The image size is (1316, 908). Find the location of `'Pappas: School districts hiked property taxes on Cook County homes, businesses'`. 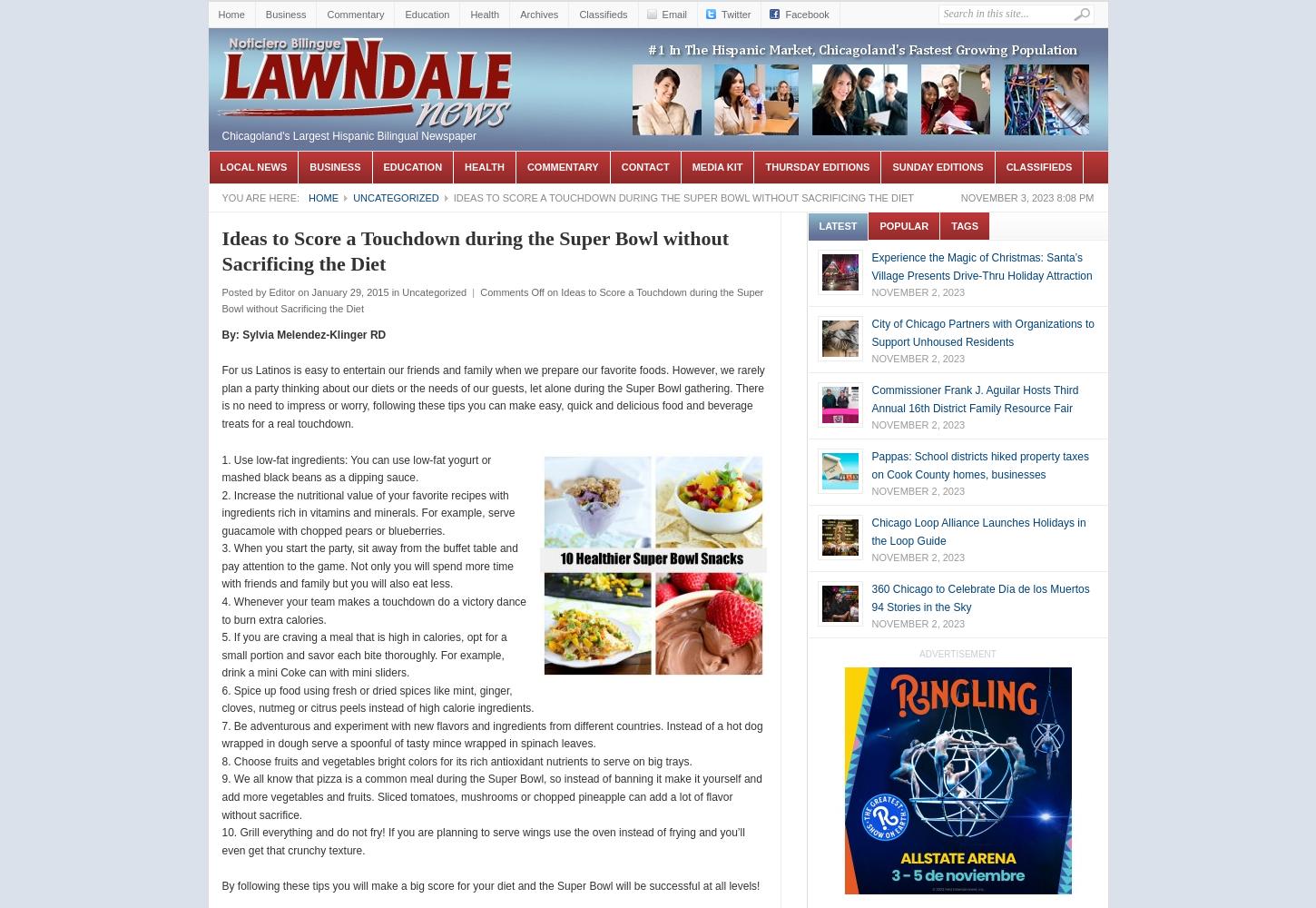

'Pappas: School districts hiked property taxes on Cook County homes, businesses' is located at coordinates (979, 465).